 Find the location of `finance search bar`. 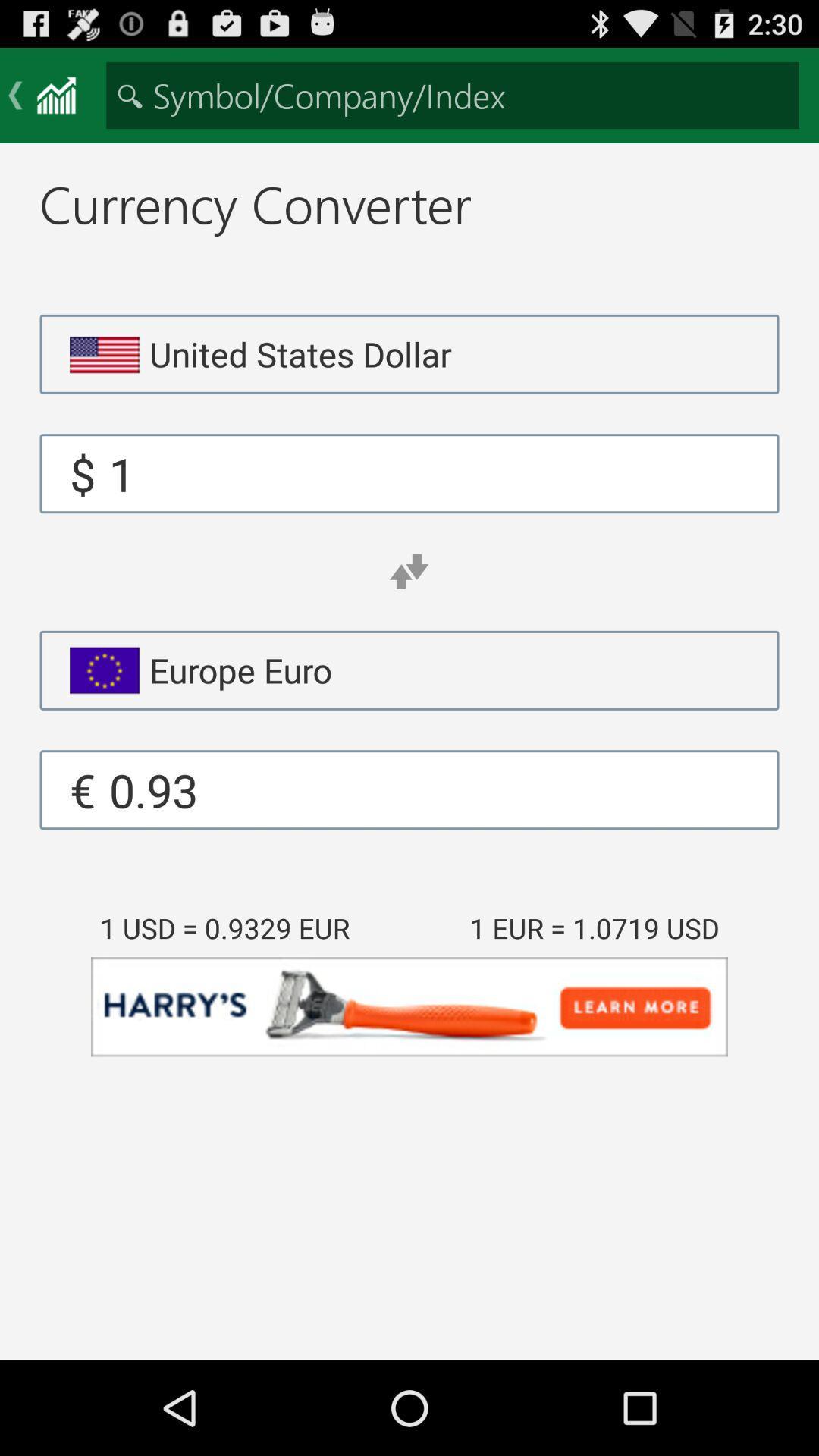

finance search bar is located at coordinates (452, 94).